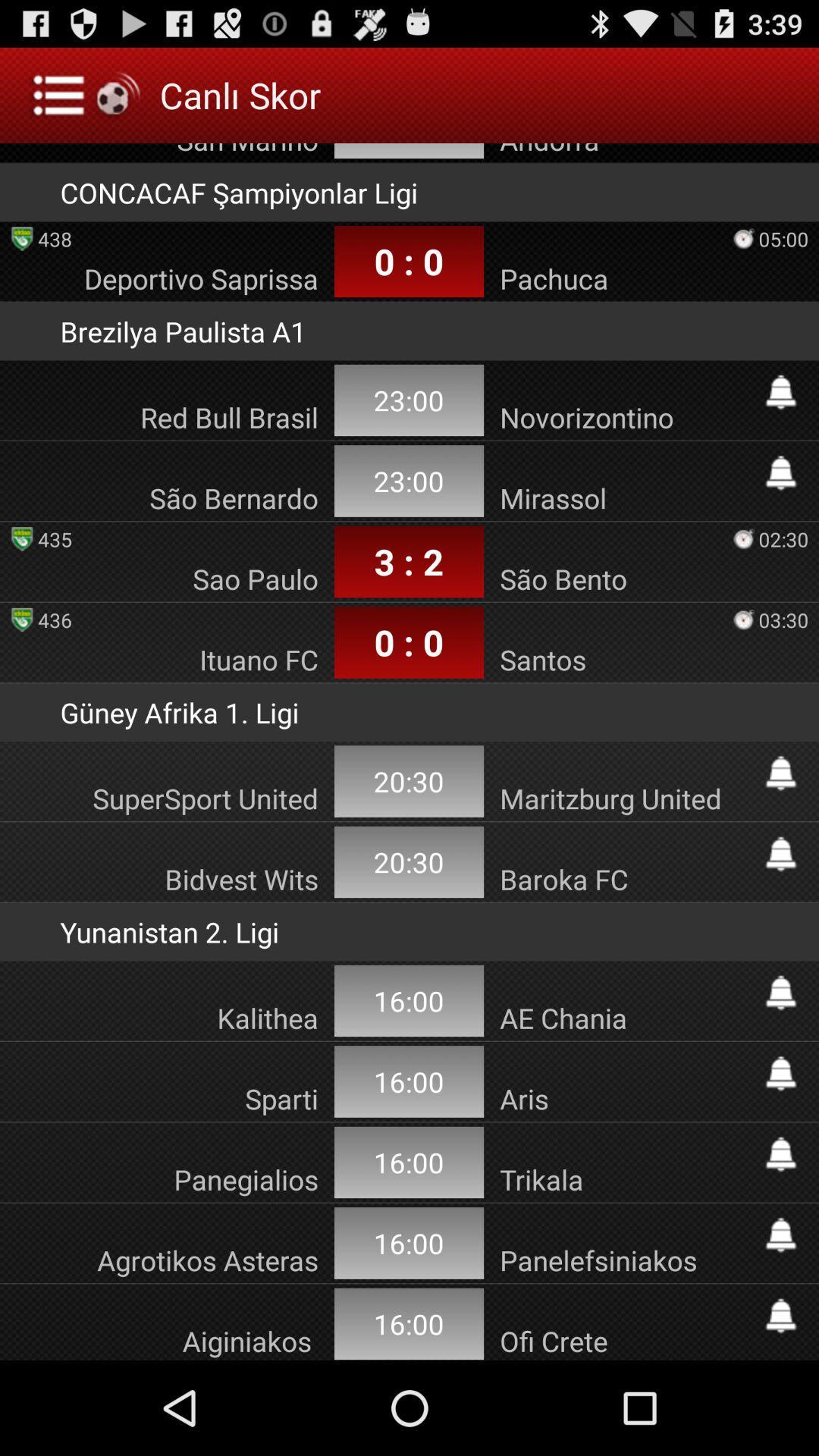 Image resolution: width=819 pixels, height=1456 pixels. I want to click on set alert button, so click(780, 472).